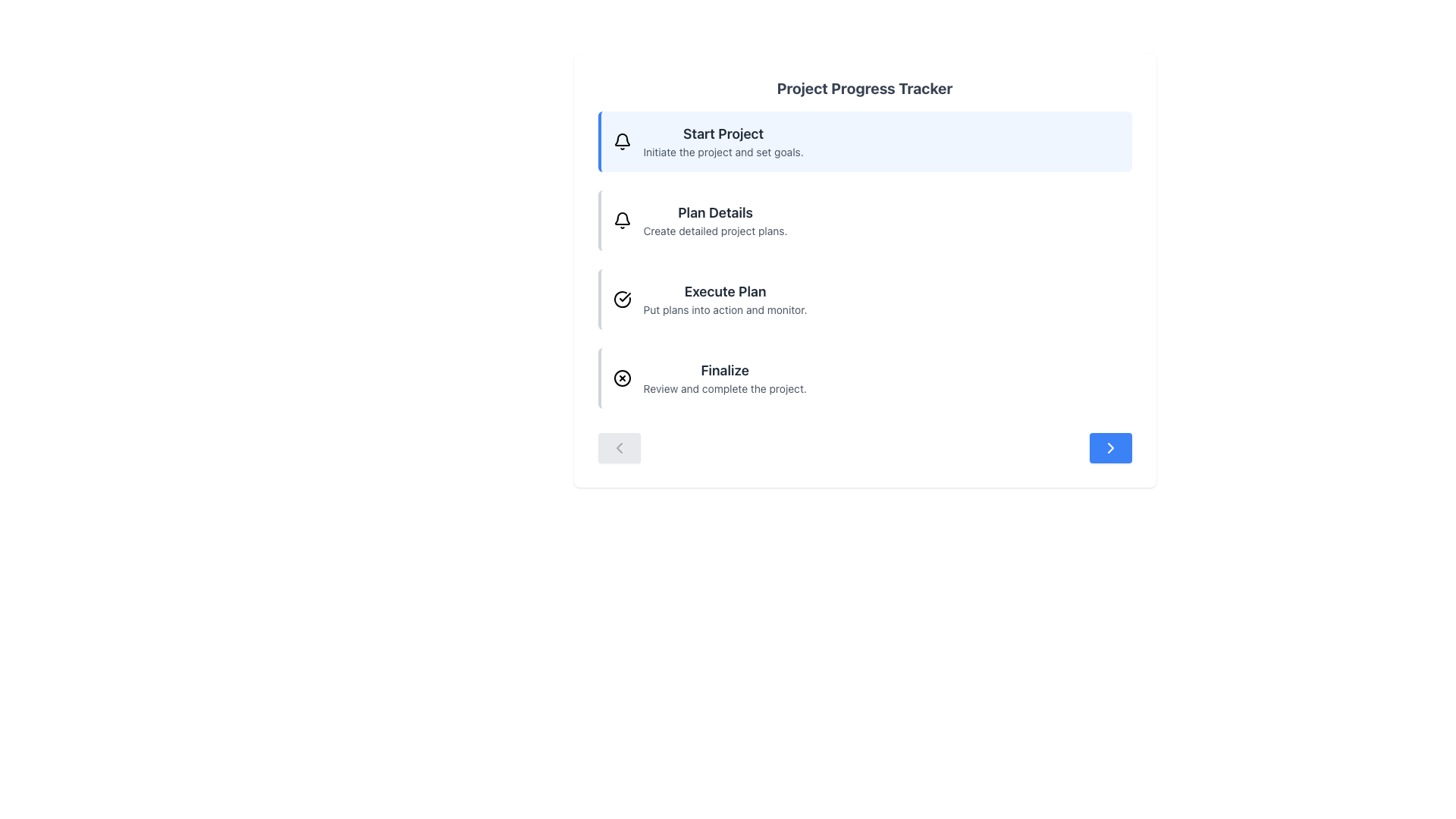 The height and width of the screenshot is (819, 1456). I want to click on the 'next' or 'proceed' button located at the bottom-right corner of the displayed content area, part of the navigation controls, so click(1110, 447).